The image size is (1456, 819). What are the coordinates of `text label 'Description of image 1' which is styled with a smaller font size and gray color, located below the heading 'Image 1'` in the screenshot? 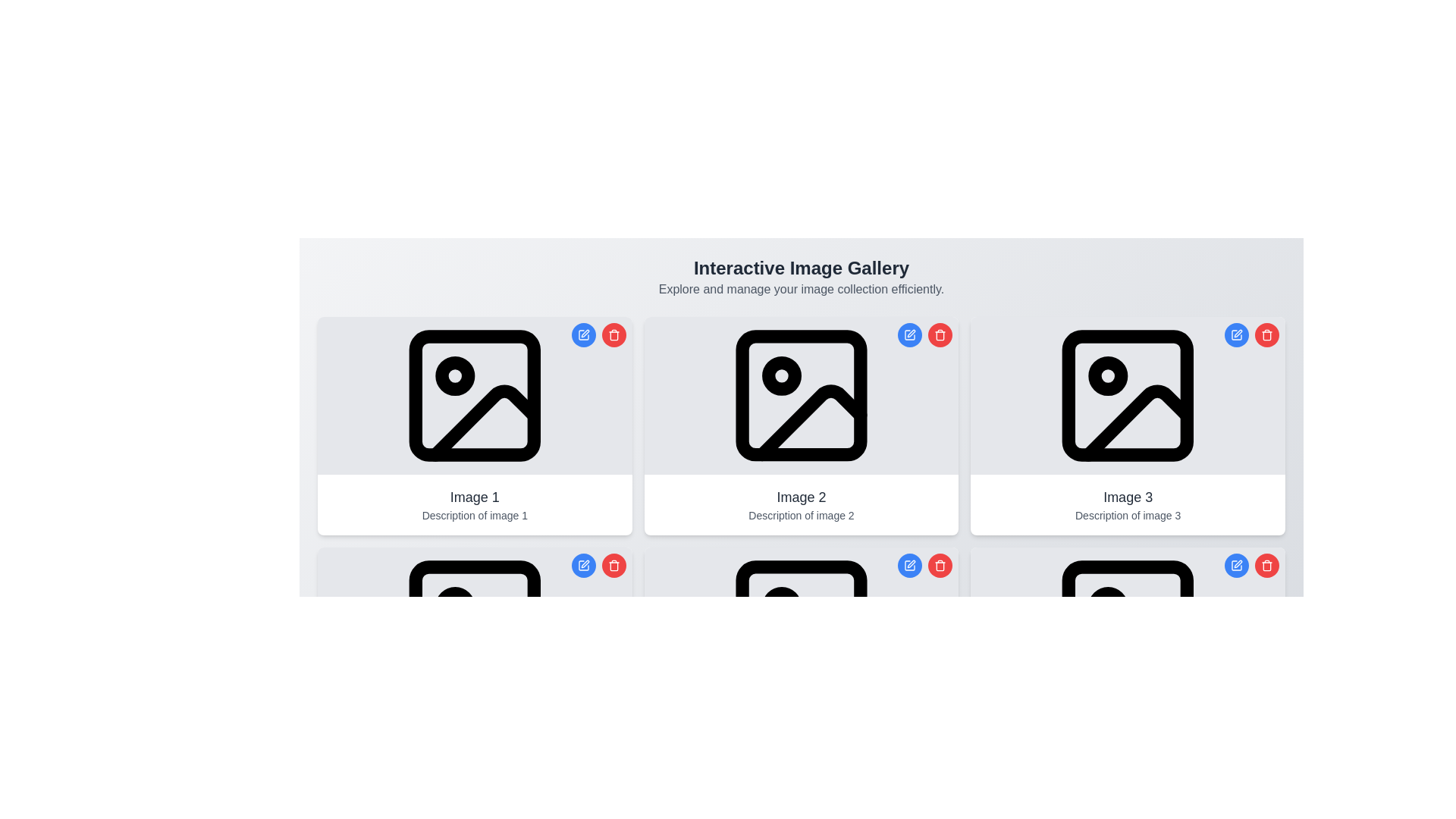 It's located at (474, 514).